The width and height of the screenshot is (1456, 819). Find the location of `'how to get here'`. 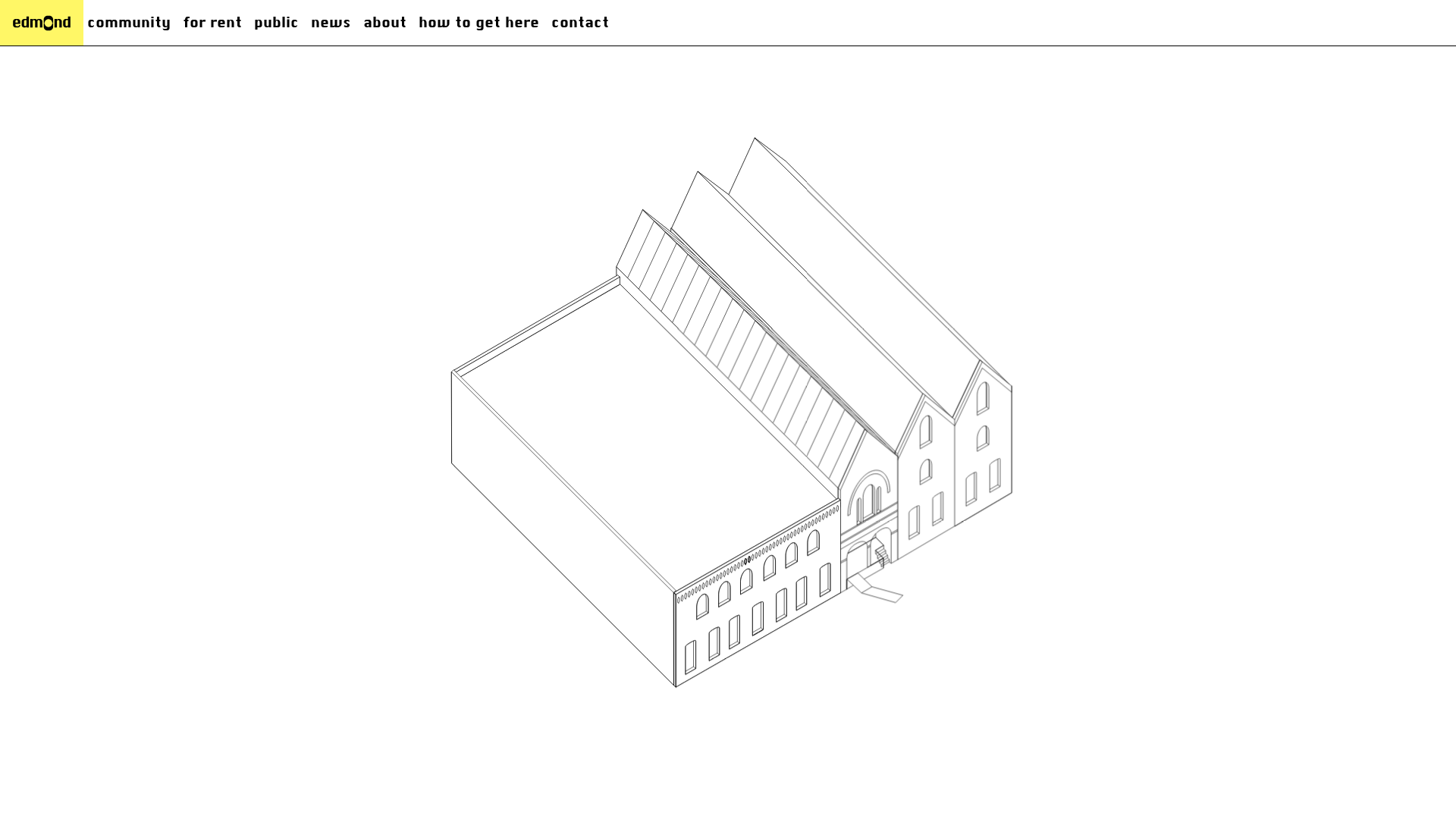

'how to get here' is located at coordinates (478, 23).